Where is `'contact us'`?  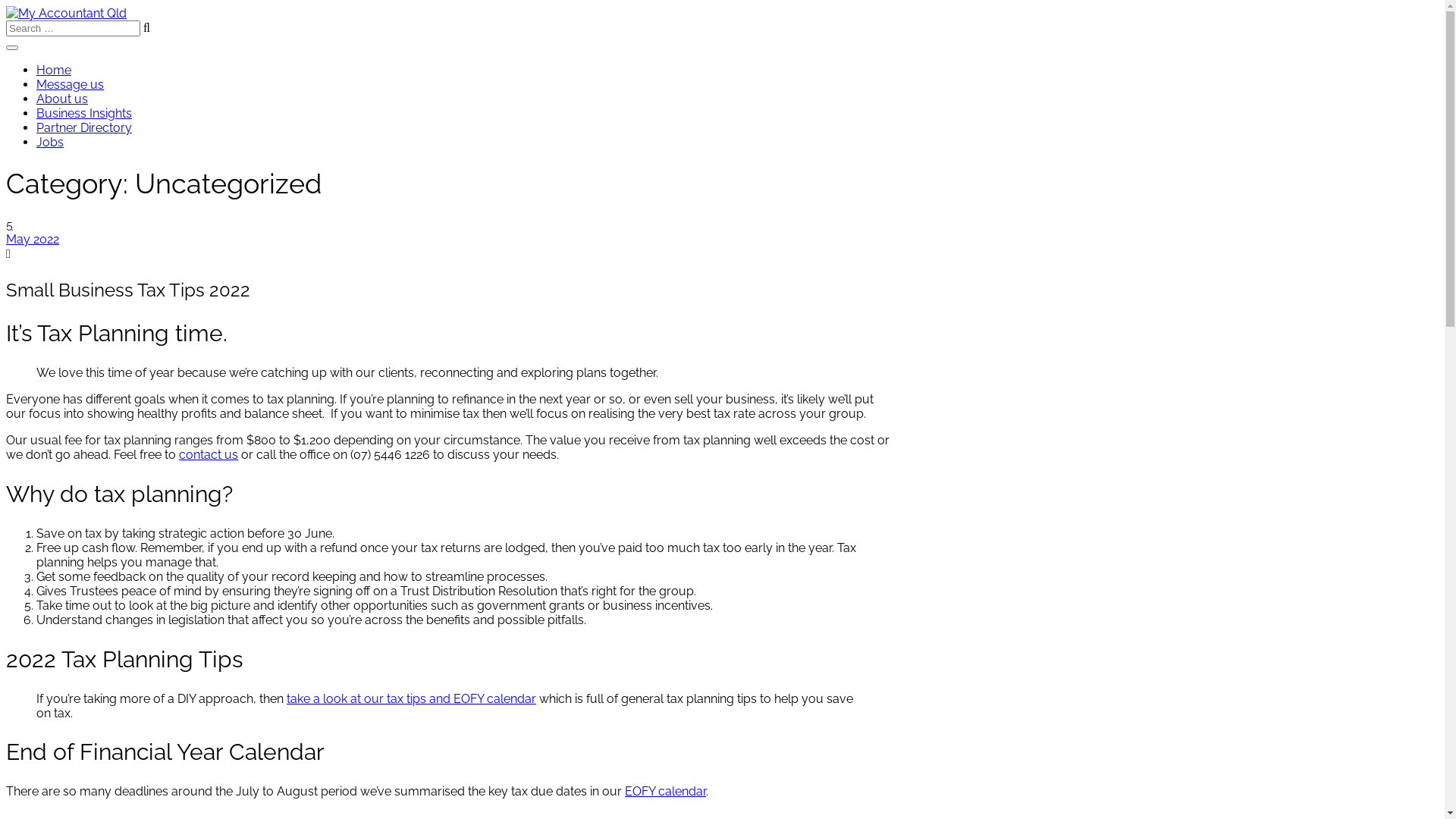
'contact us' is located at coordinates (207, 453).